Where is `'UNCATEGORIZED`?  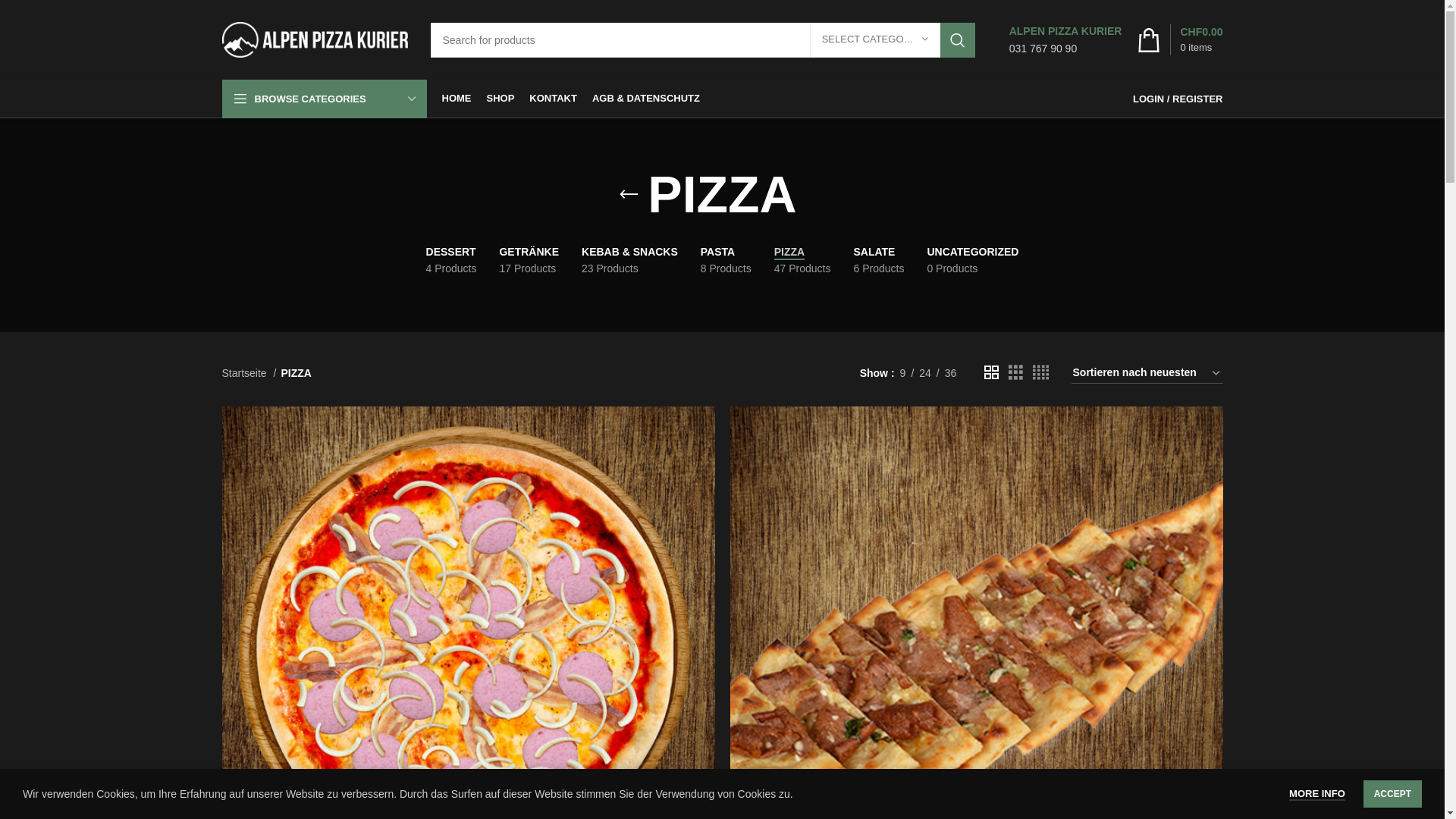 'UNCATEGORIZED is located at coordinates (972, 259).